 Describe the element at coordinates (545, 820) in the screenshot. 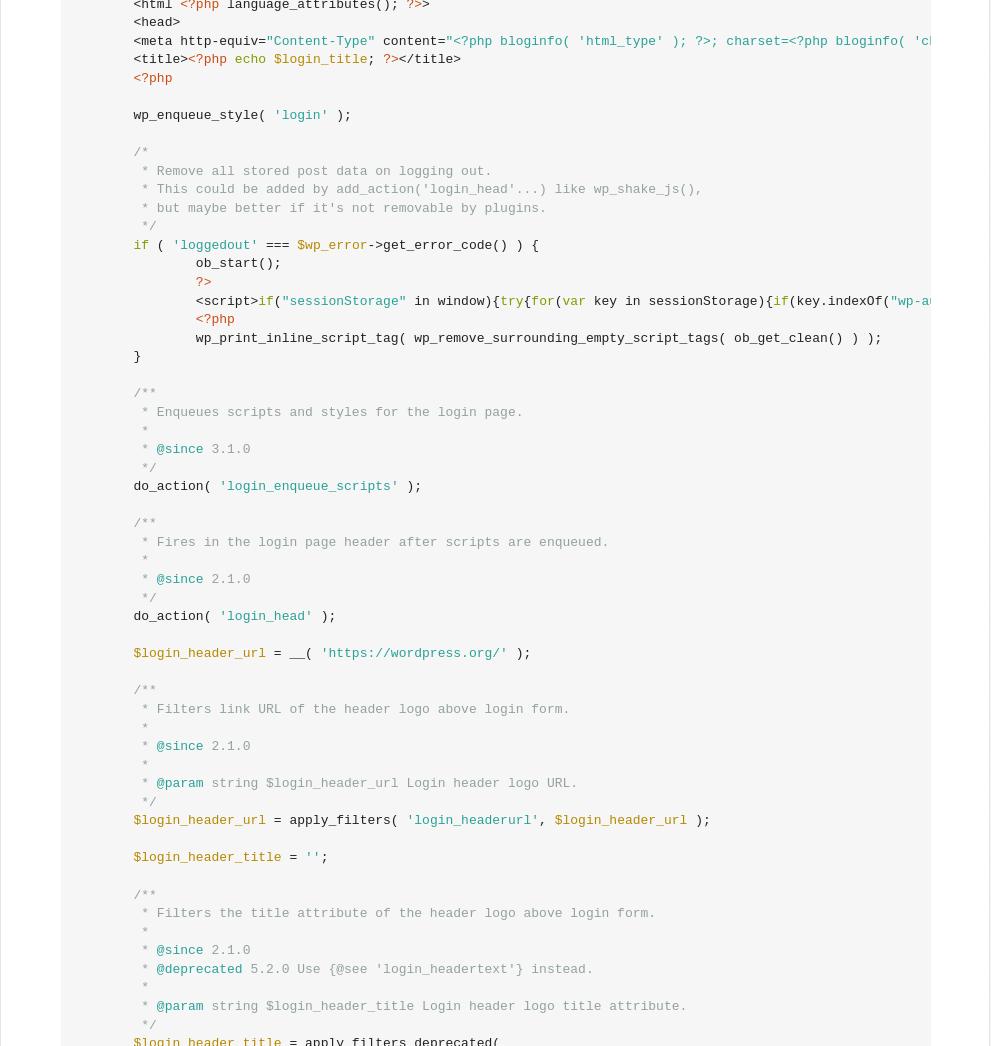

I see `','` at that location.